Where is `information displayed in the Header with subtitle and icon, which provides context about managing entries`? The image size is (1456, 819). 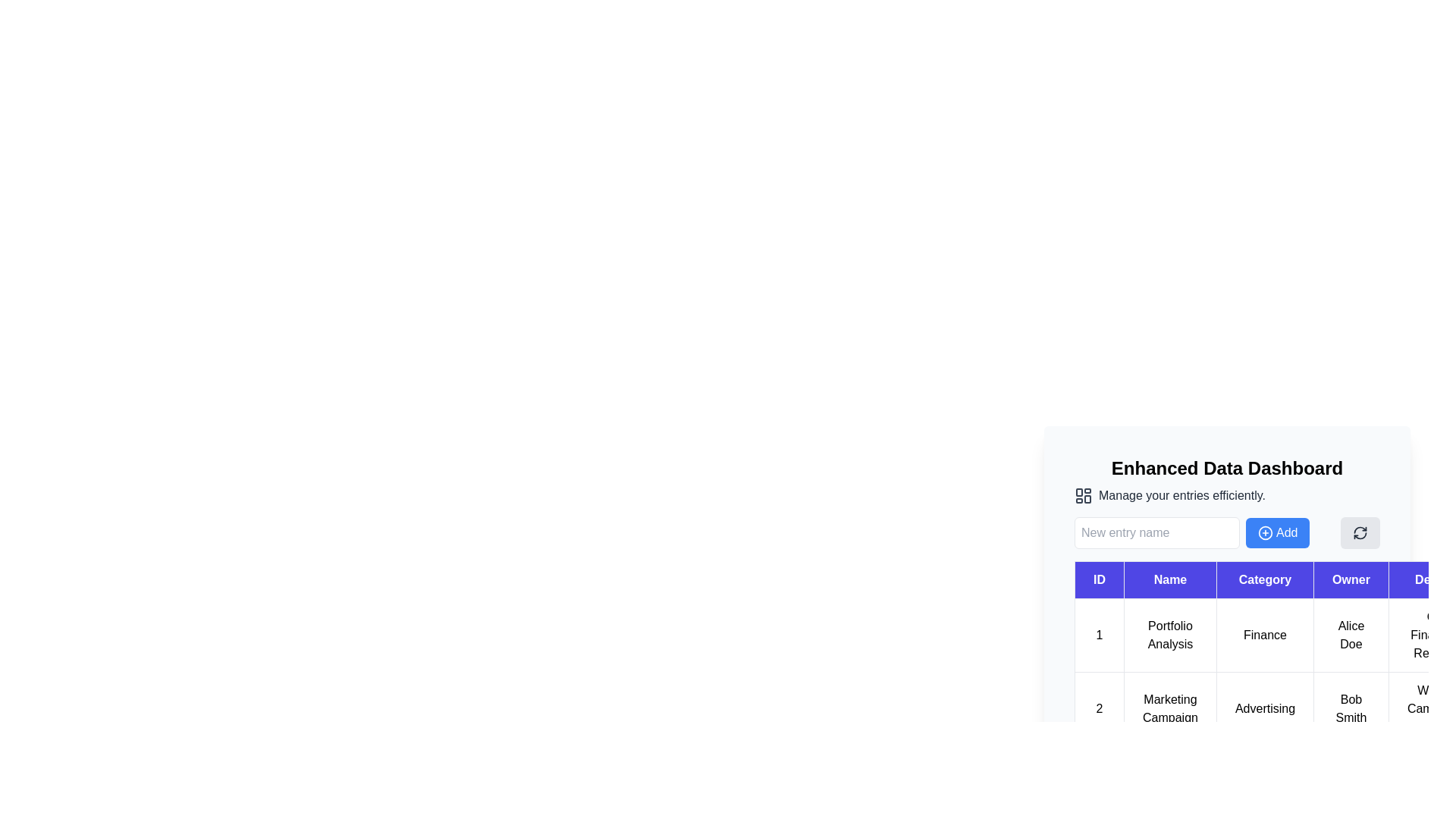
information displayed in the Header with subtitle and icon, which provides context about managing entries is located at coordinates (1227, 480).